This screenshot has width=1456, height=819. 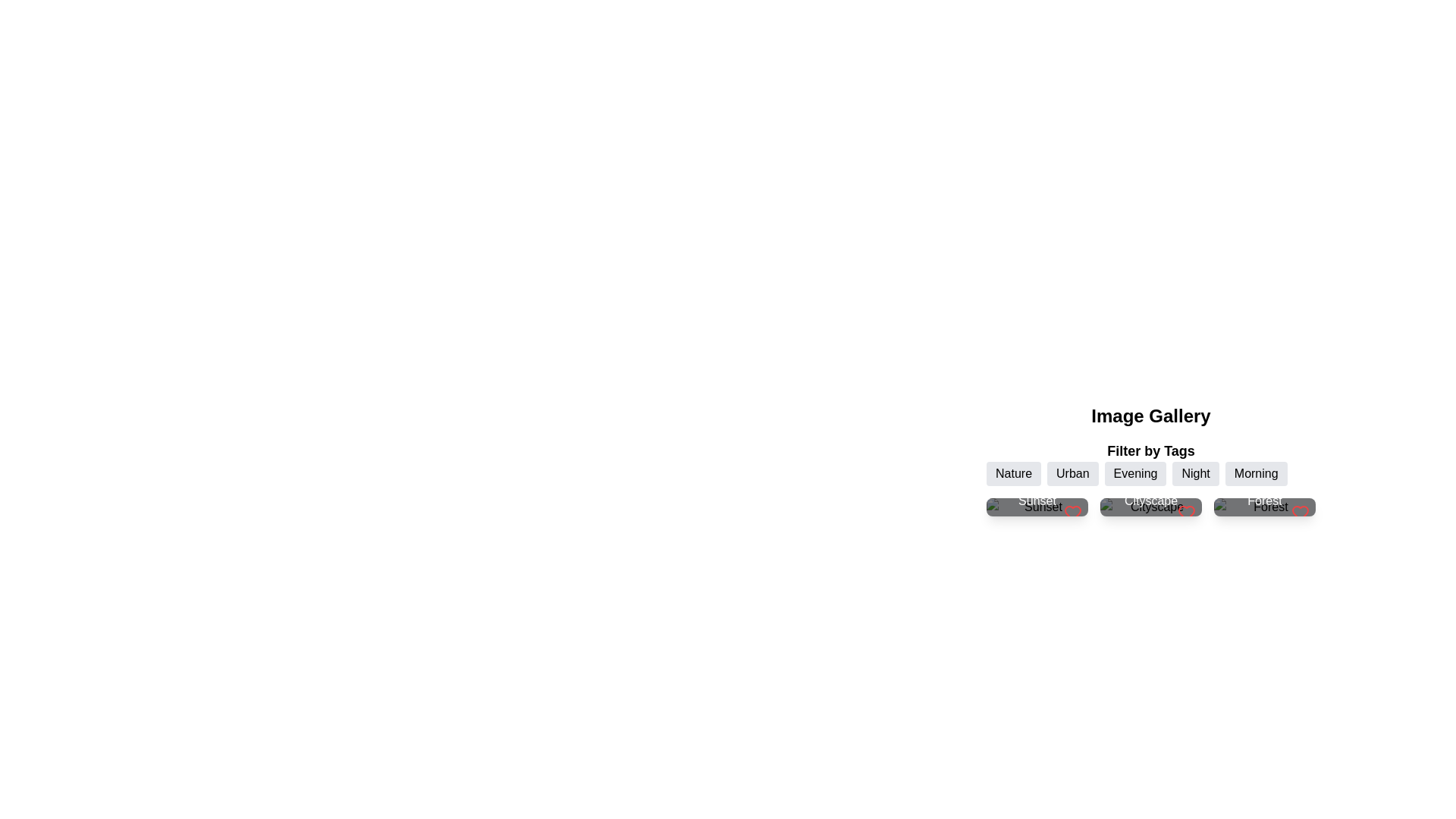 I want to click on the 'Urban' button, which is the second button in a list of five, to apply the 'Urban' filter, so click(x=1072, y=472).